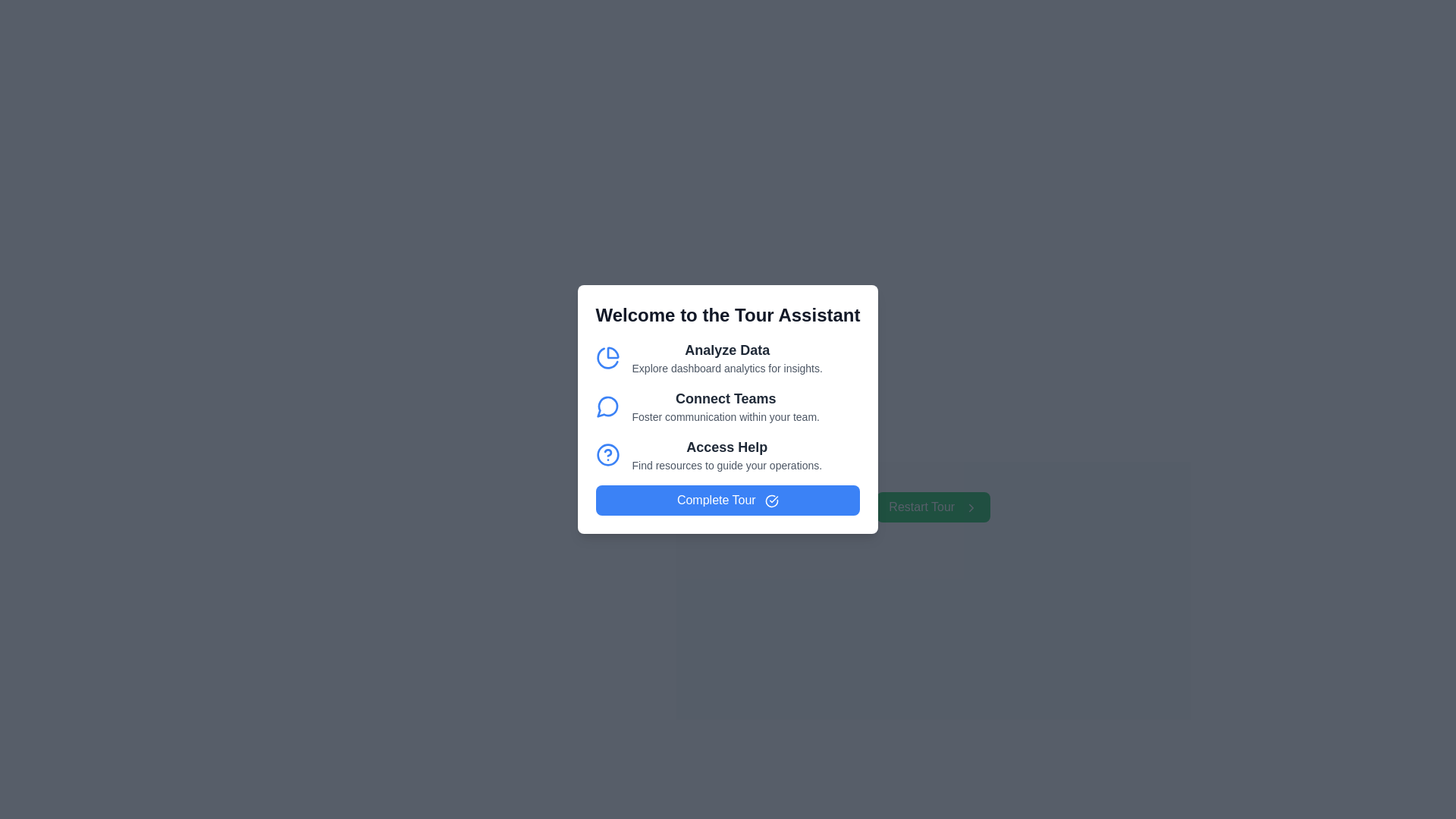  Describe the element at coordinates (607, 454) in the screenshot. I see `the circular SVG Graphics component with a blue stroke, which is part of the help icon located to the right of the 'Access Help' text` at that location.